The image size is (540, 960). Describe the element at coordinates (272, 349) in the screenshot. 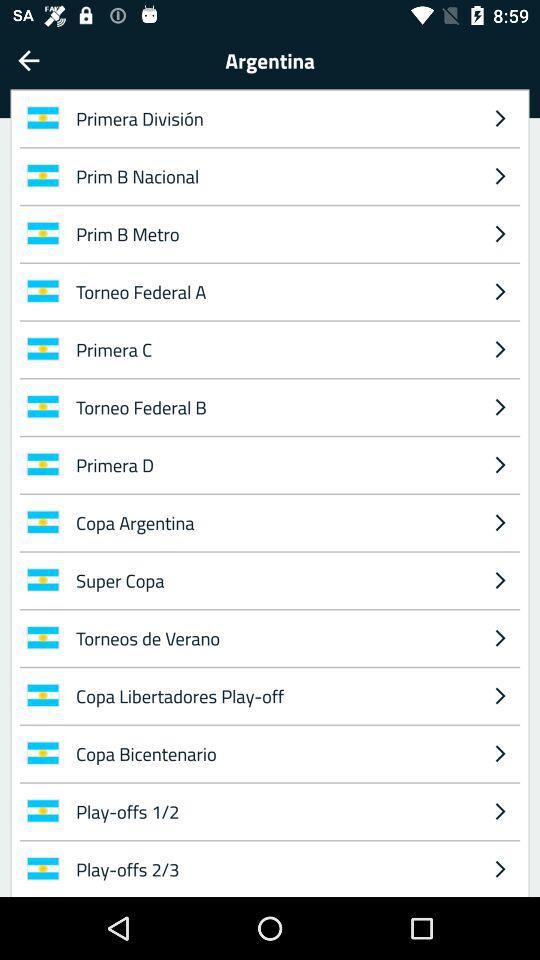

I see `primera c` at that location.